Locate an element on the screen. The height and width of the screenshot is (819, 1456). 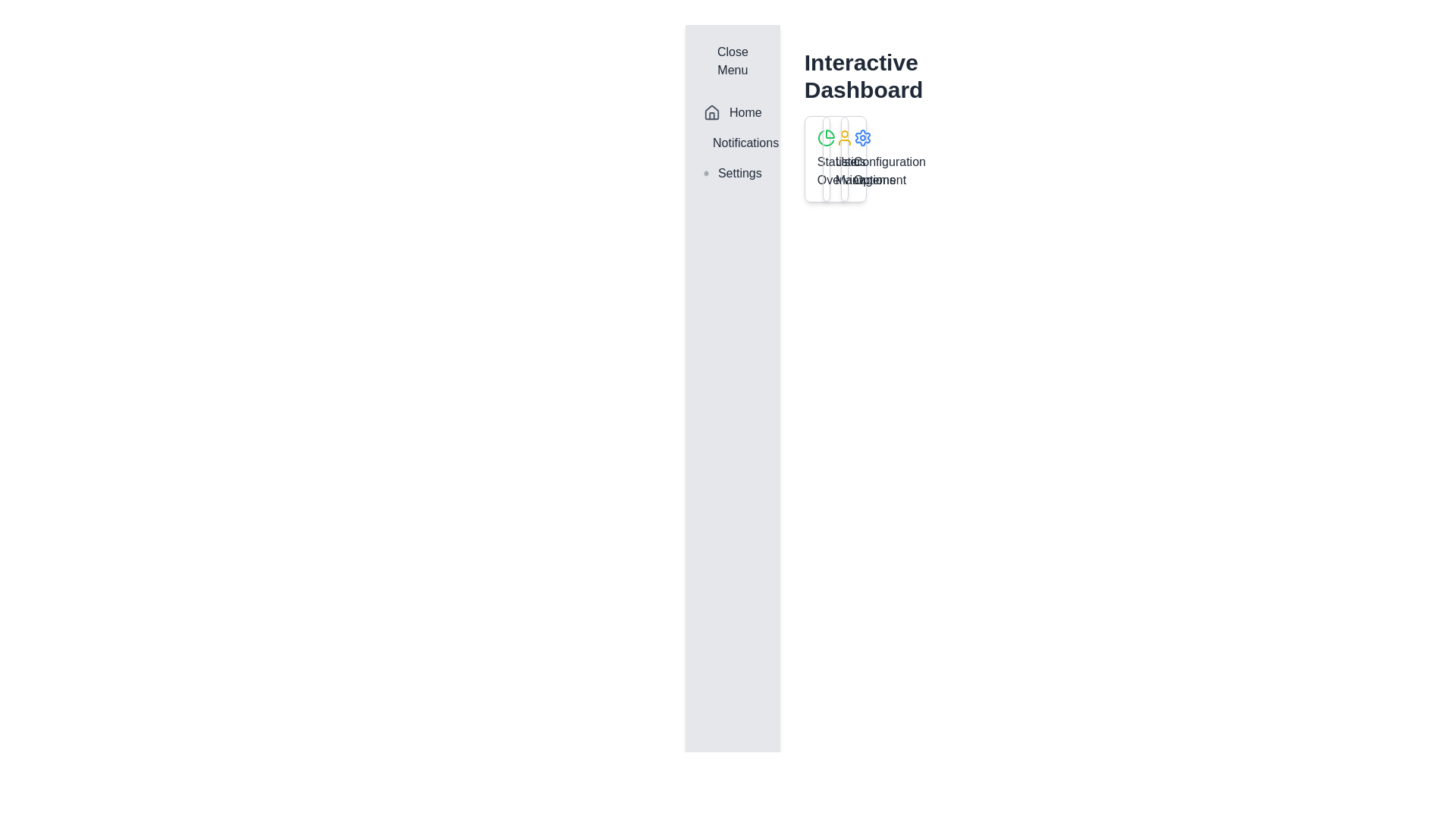
the gear-shaped 'Settings' icon located at the top right of the dashboard is located at coordinates (862, 137).